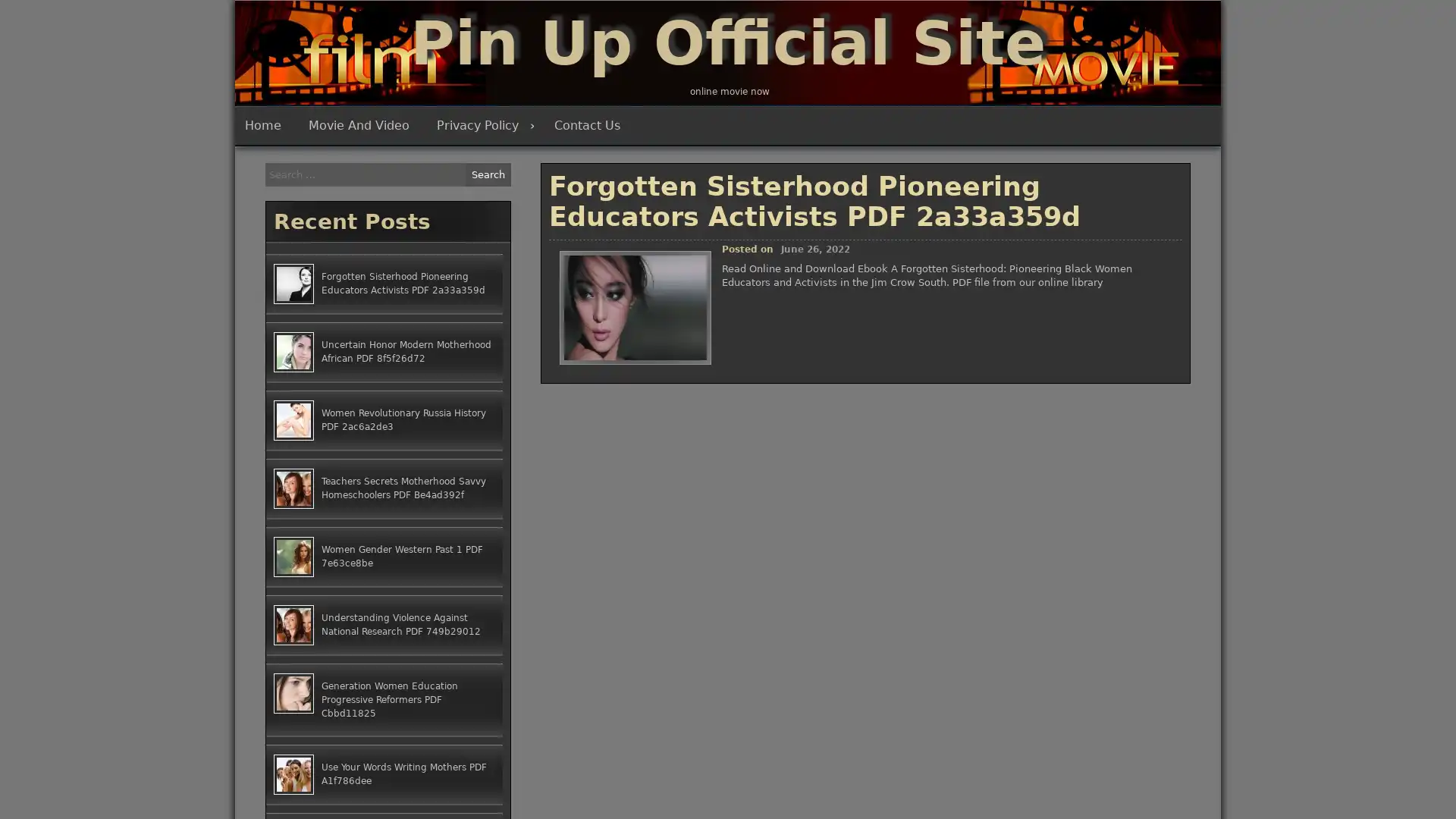 The width and height of the screenshot is (1456, 819). Describe the element at coordinates (488, 174) in the screenshot. I see `Search` at that location.